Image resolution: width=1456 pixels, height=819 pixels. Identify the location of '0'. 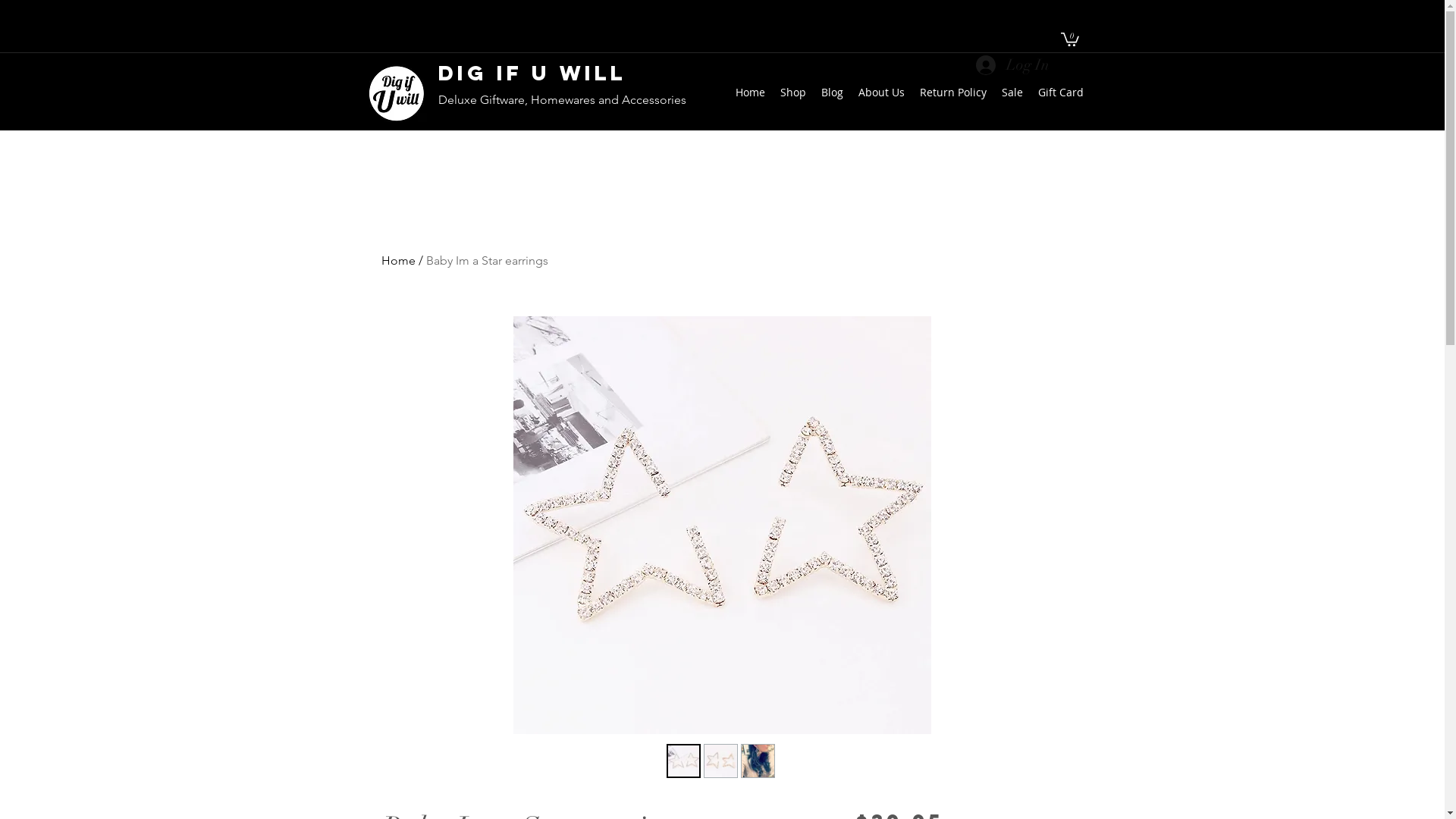
(1068, 37).